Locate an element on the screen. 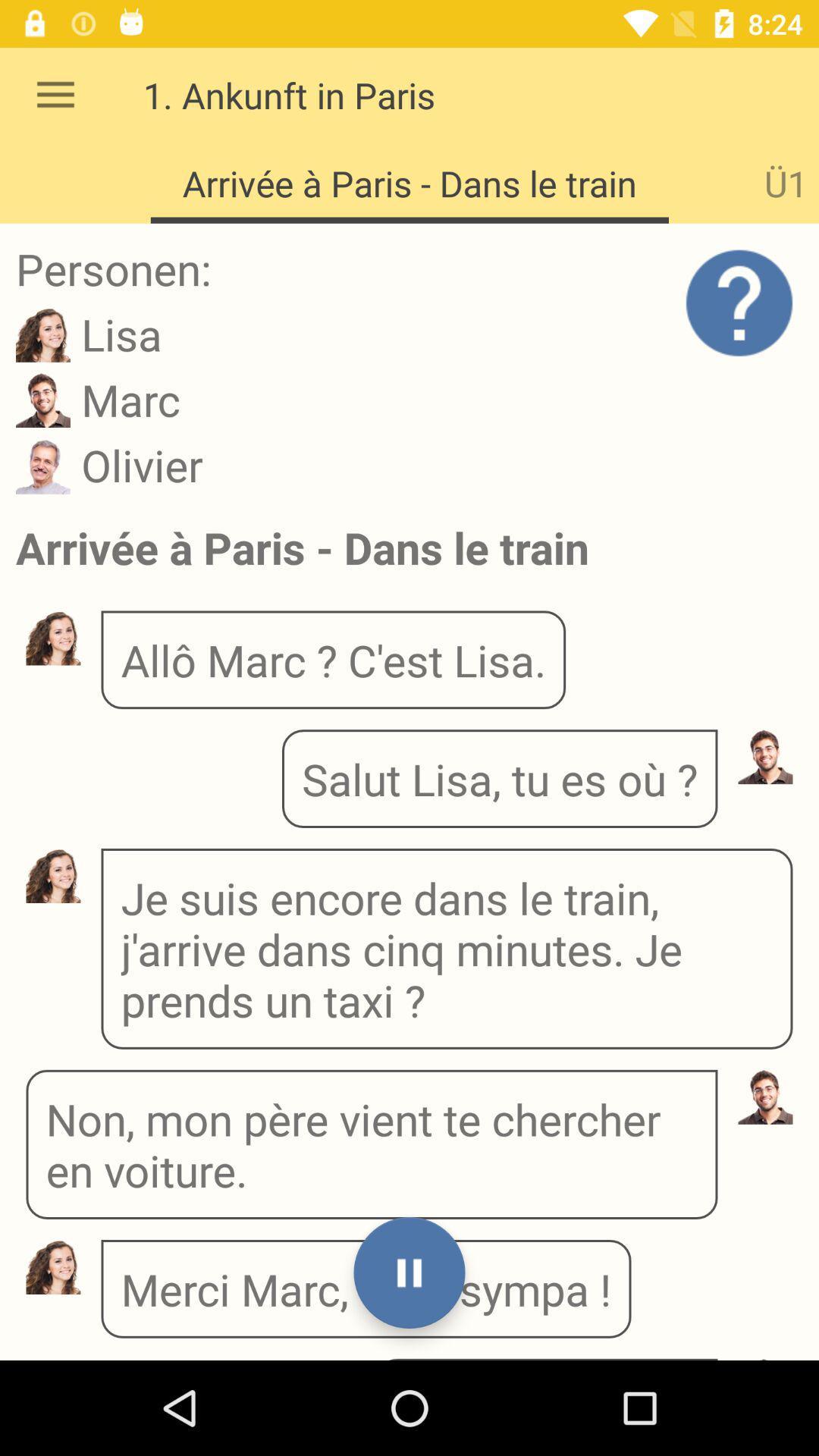 This screenshot has width=819, height=1456. the avatar icon is located at coordinates (52, 638).